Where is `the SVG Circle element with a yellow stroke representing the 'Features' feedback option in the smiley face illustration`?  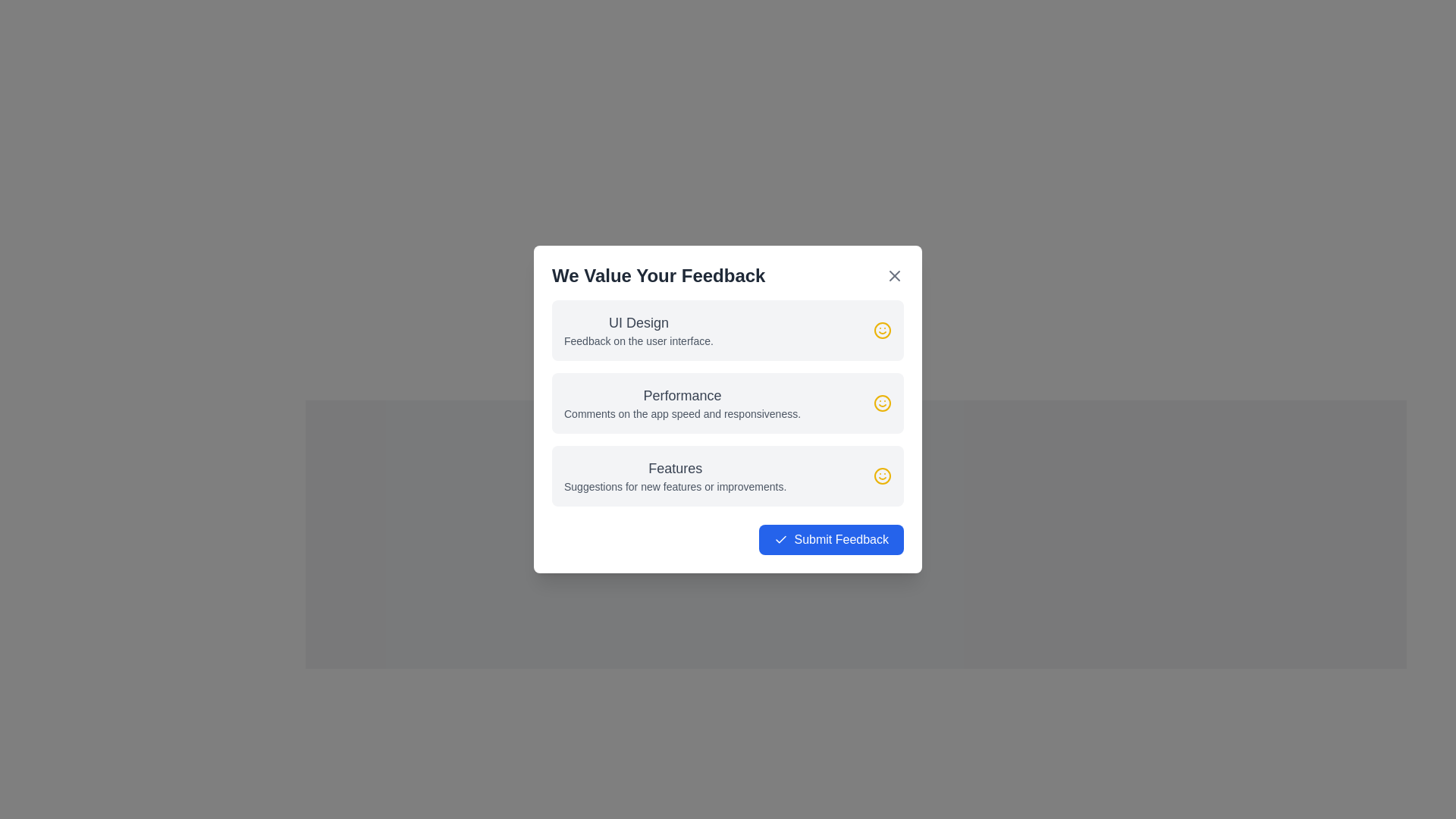
the SVG Circle element with a yellow stroke representing the 'Features' feedback option in the smiley face illustration is located at coordinates (882, 475).